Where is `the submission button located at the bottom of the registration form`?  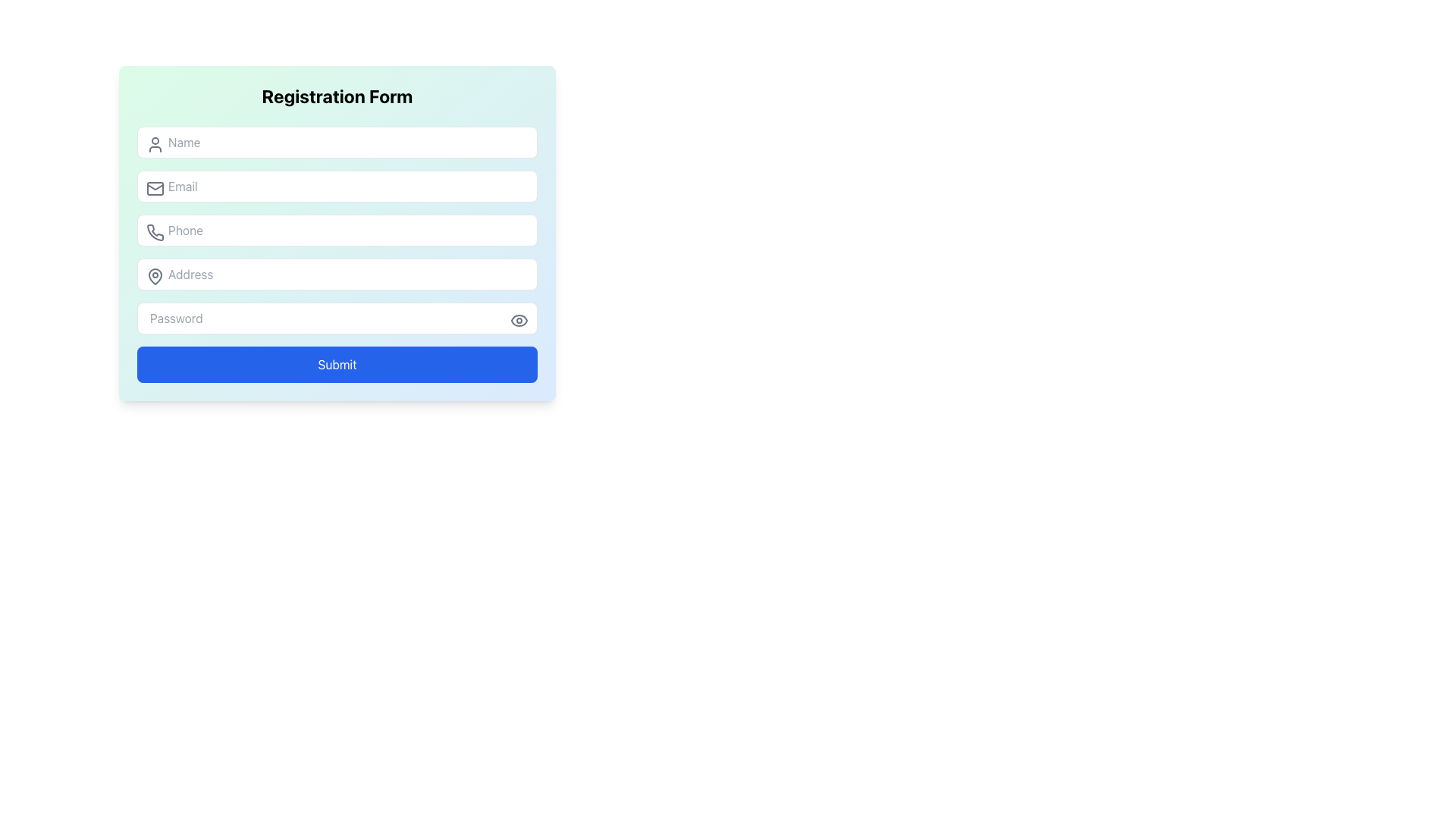 the submission button located at the bottom of the registration form is located at coordinates (337, 365).